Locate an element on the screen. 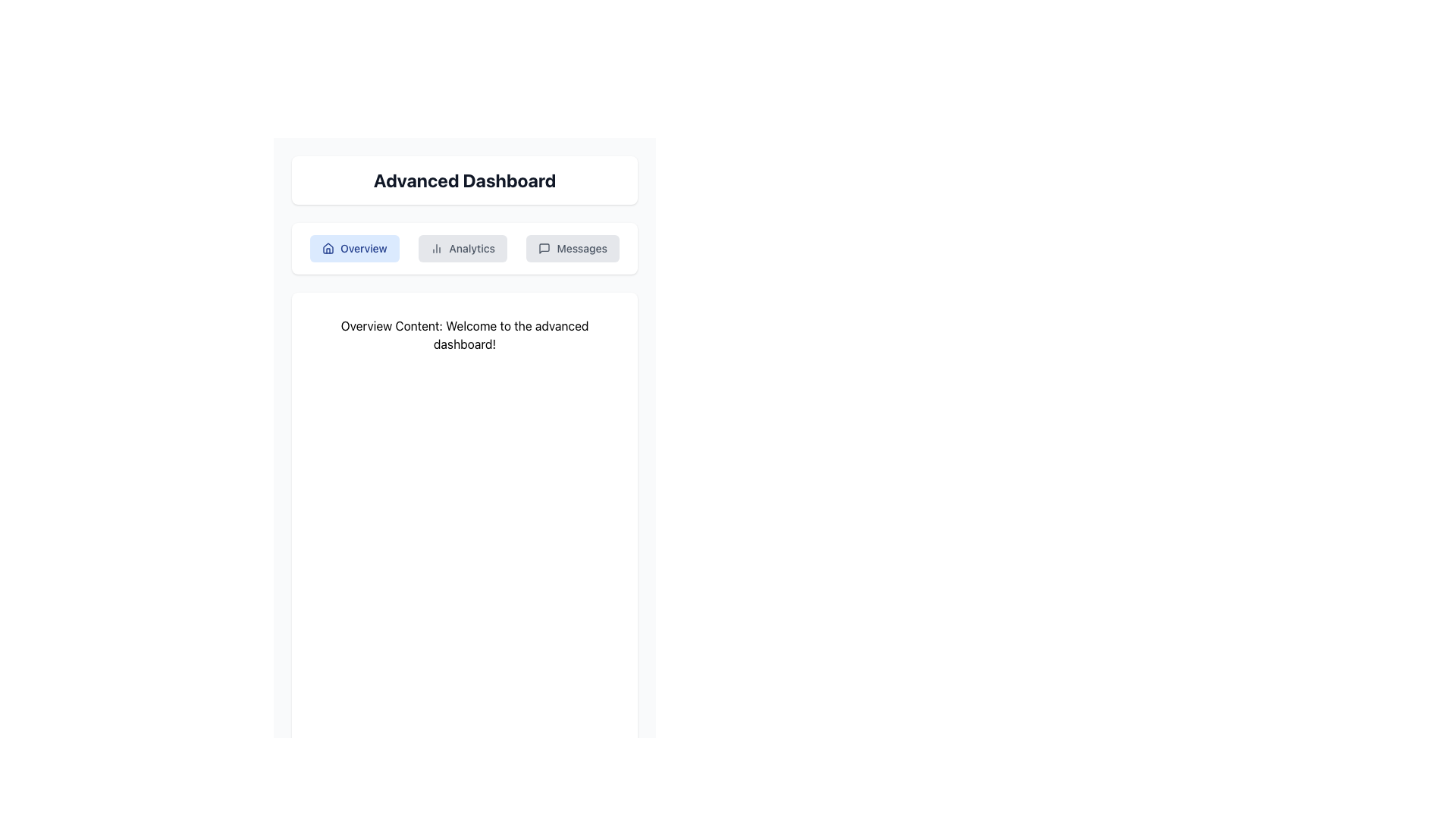  the Static text block that provides an introductory message or welcome content to the user within the dashboard context, located centrally under the dashboard header is located at coordinates (464, 334).